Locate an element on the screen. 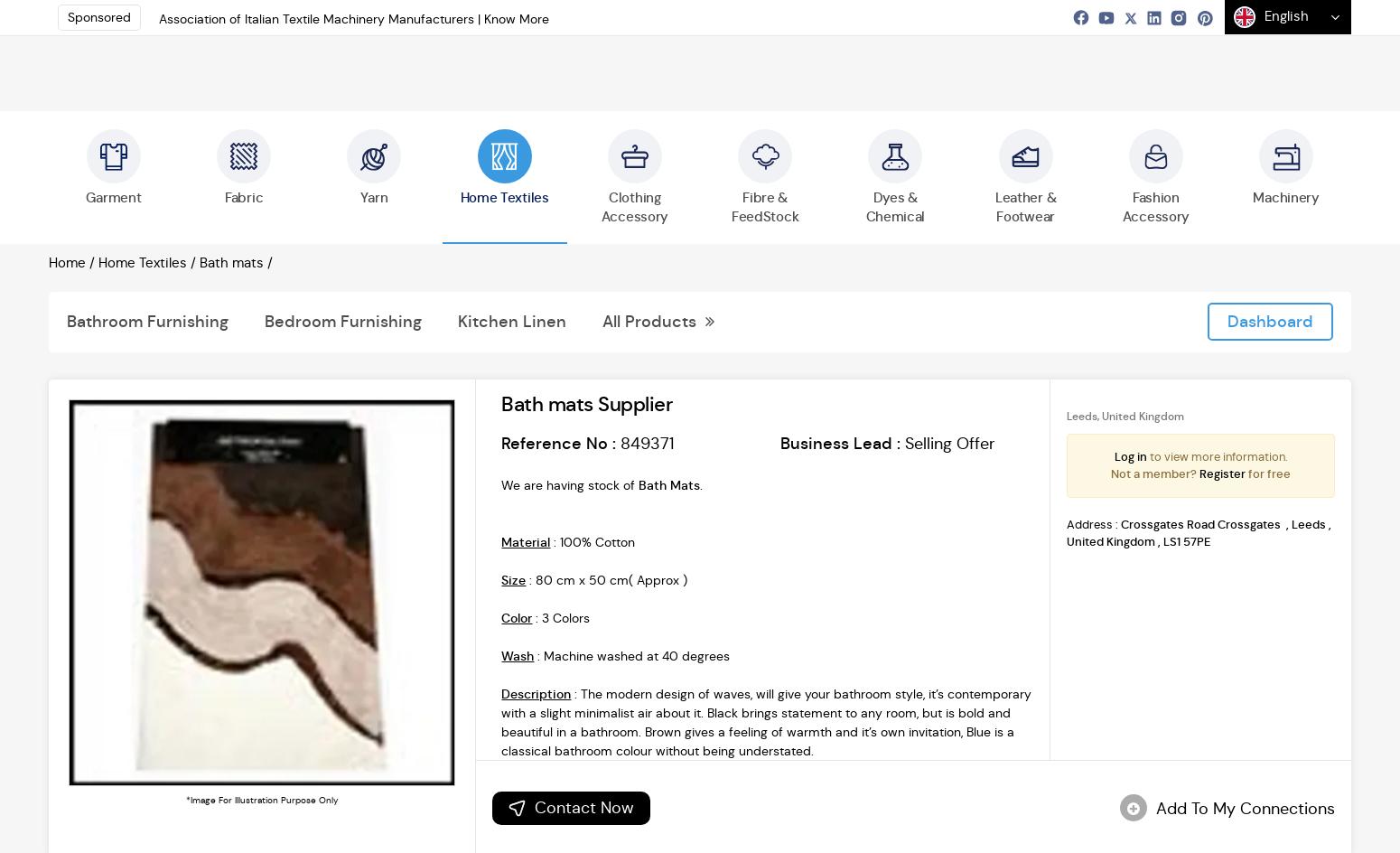 This screenshot has height=853, width=1400. 'Bathroom Solid Bath Mats' is located at coordinates (729, 599).